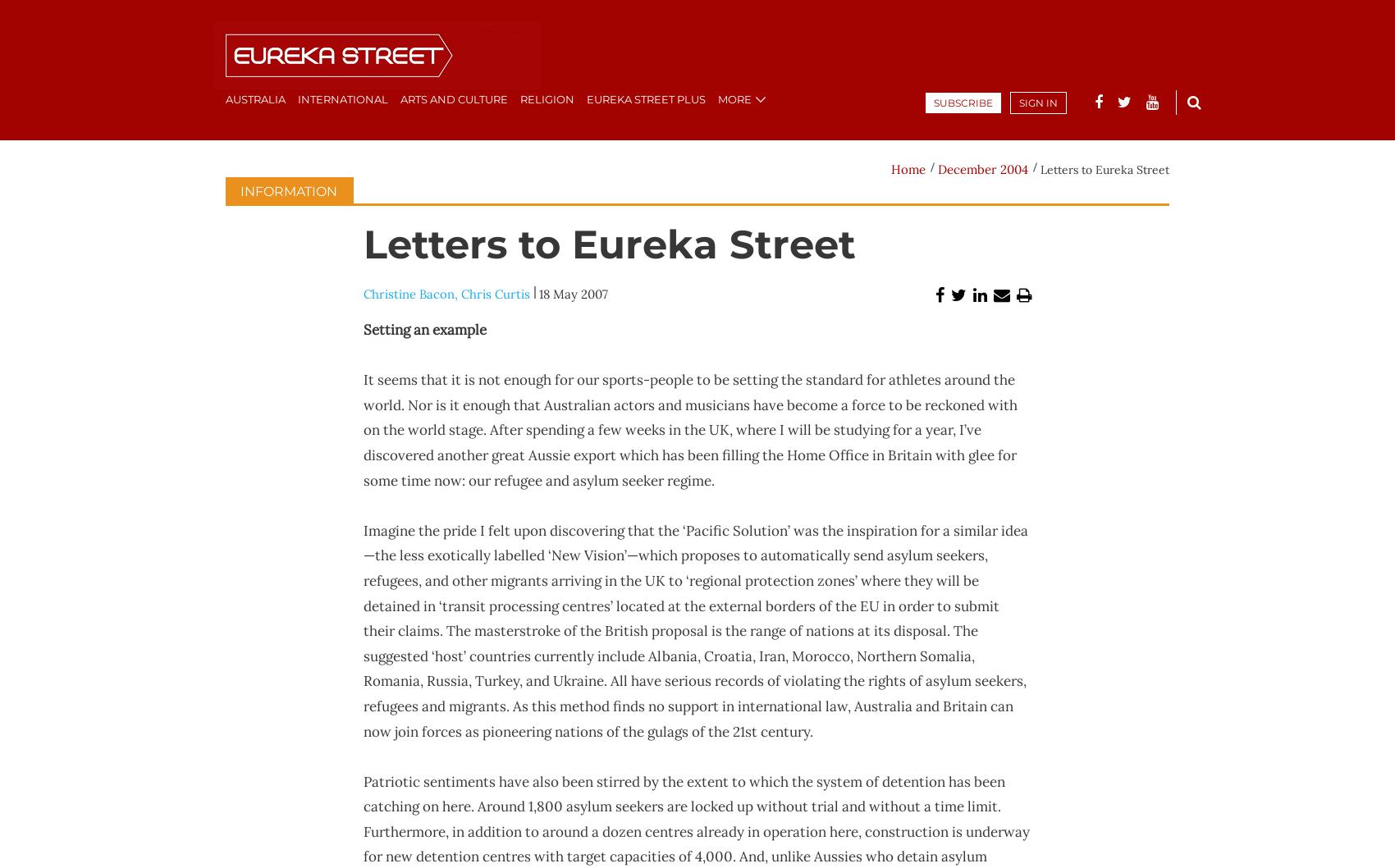 This screenshot has width=1395, height=868. I want to click on 'It seems that it is not enough for our sports-people to be setting the standard for athletes around the world. Nor is it enough that Australian actors and musicians have become a force to be reckoned with on the world stage. After spending a few weeks in the UK, where I will be studying for a year, I’ve discovered another great Aussie export which has been filling the Home Office in Britain with glee for some time now: our refugee and asylum seeker regime.', so click(363, 429).